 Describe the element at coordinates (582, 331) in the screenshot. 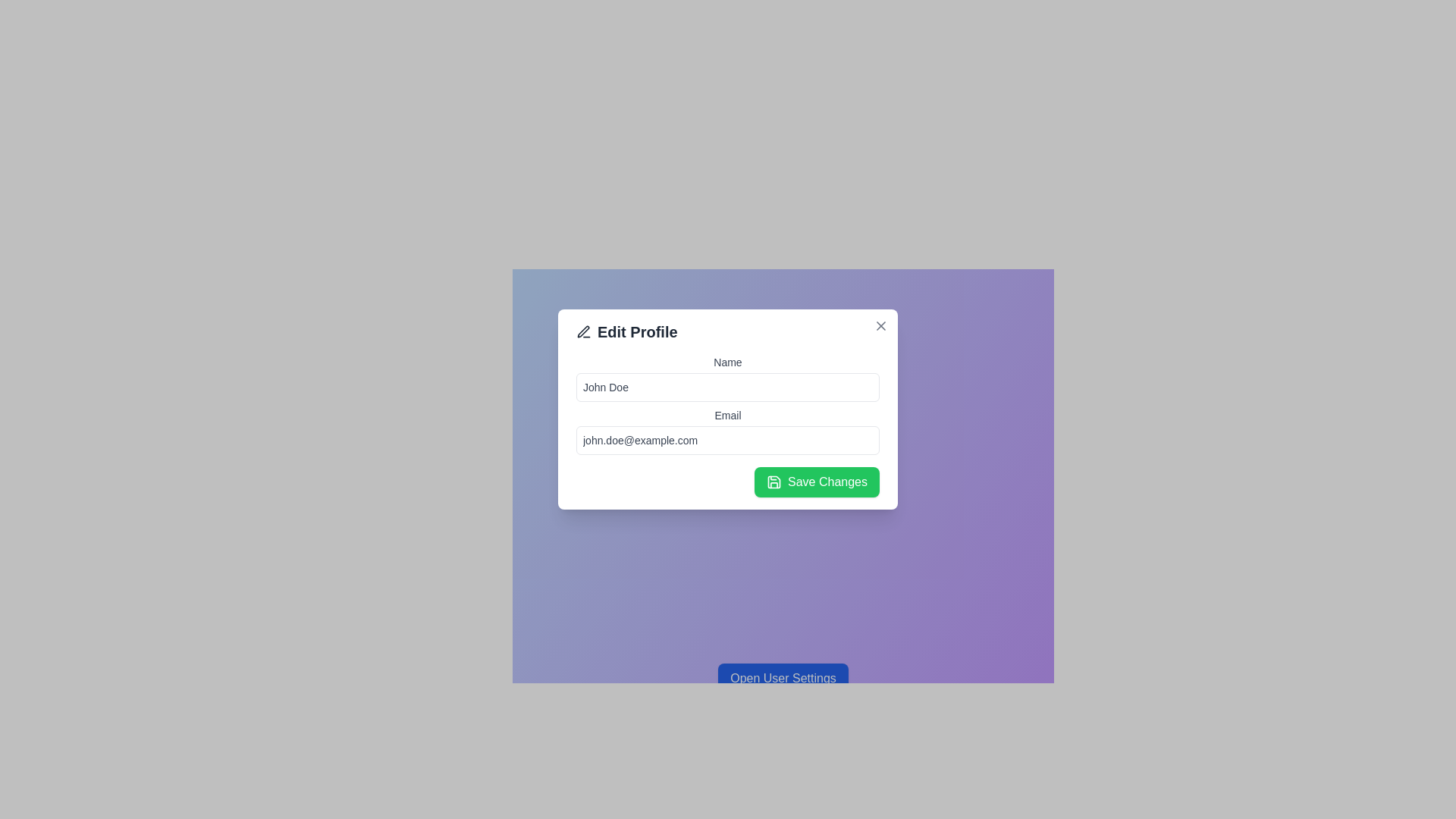

I see `the pen icon that indicates the editing section for the 'Edit Profile' dialog box` at that location.